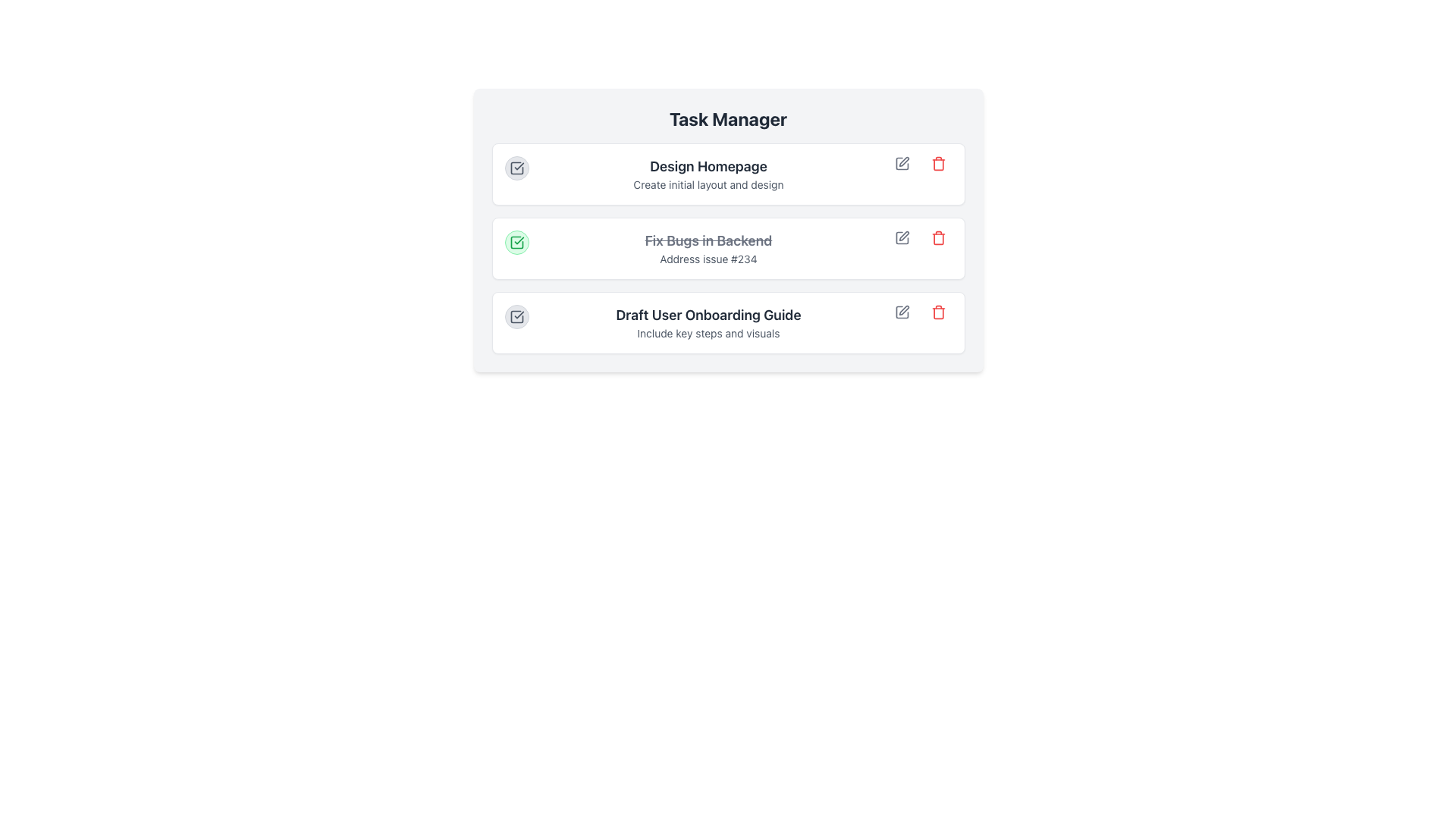 Image resolution: width=1456 pixels, height=819 pixels. Describe the element at coordinates (516, 168) in the screenshot. I see `the square icon with a checkmark symbol, which is located on the far left of the first row in the task list interface, adjacent to the text 'Design Homepage'` at that location.